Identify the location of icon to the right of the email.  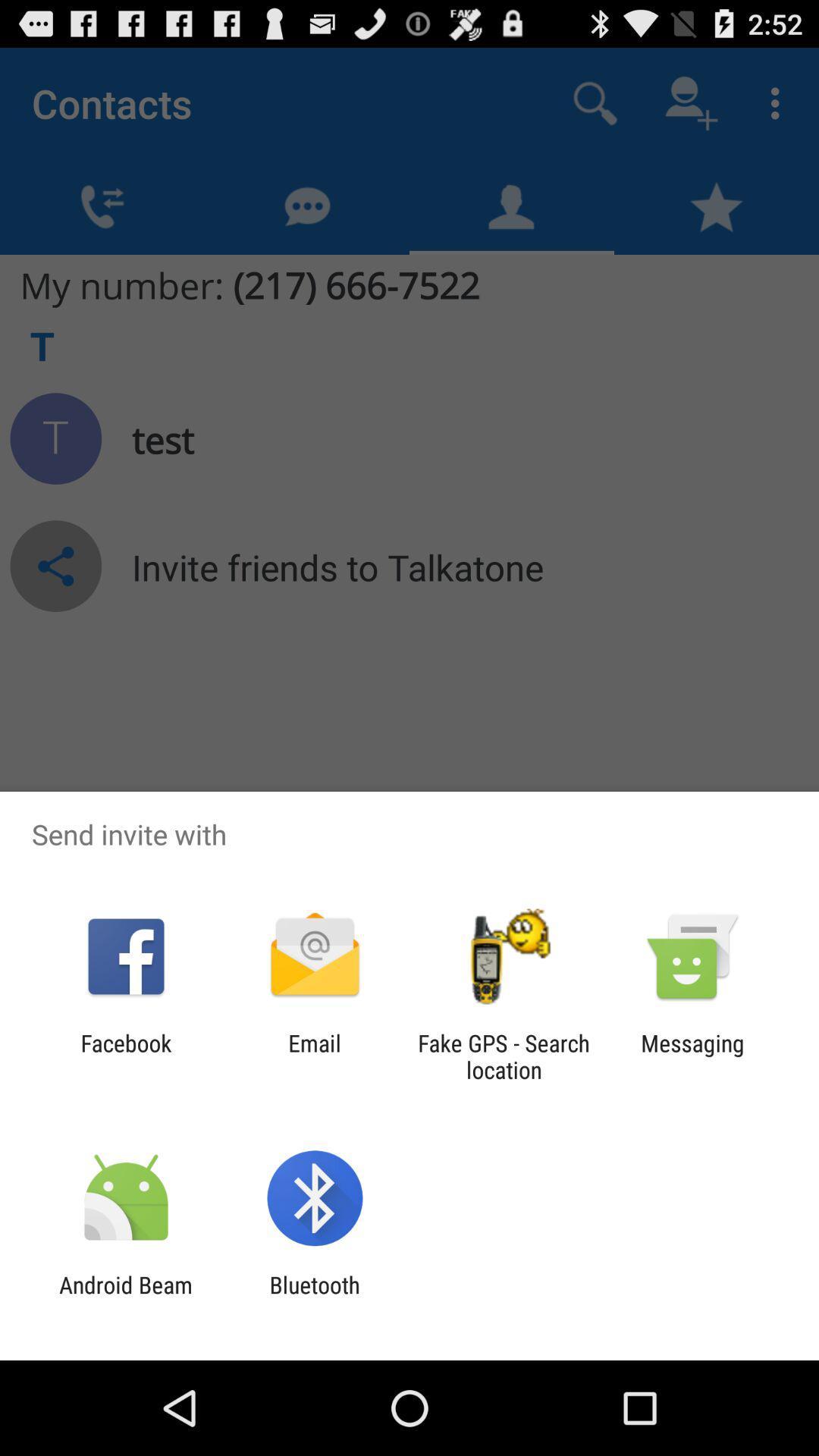
(504, 1056).